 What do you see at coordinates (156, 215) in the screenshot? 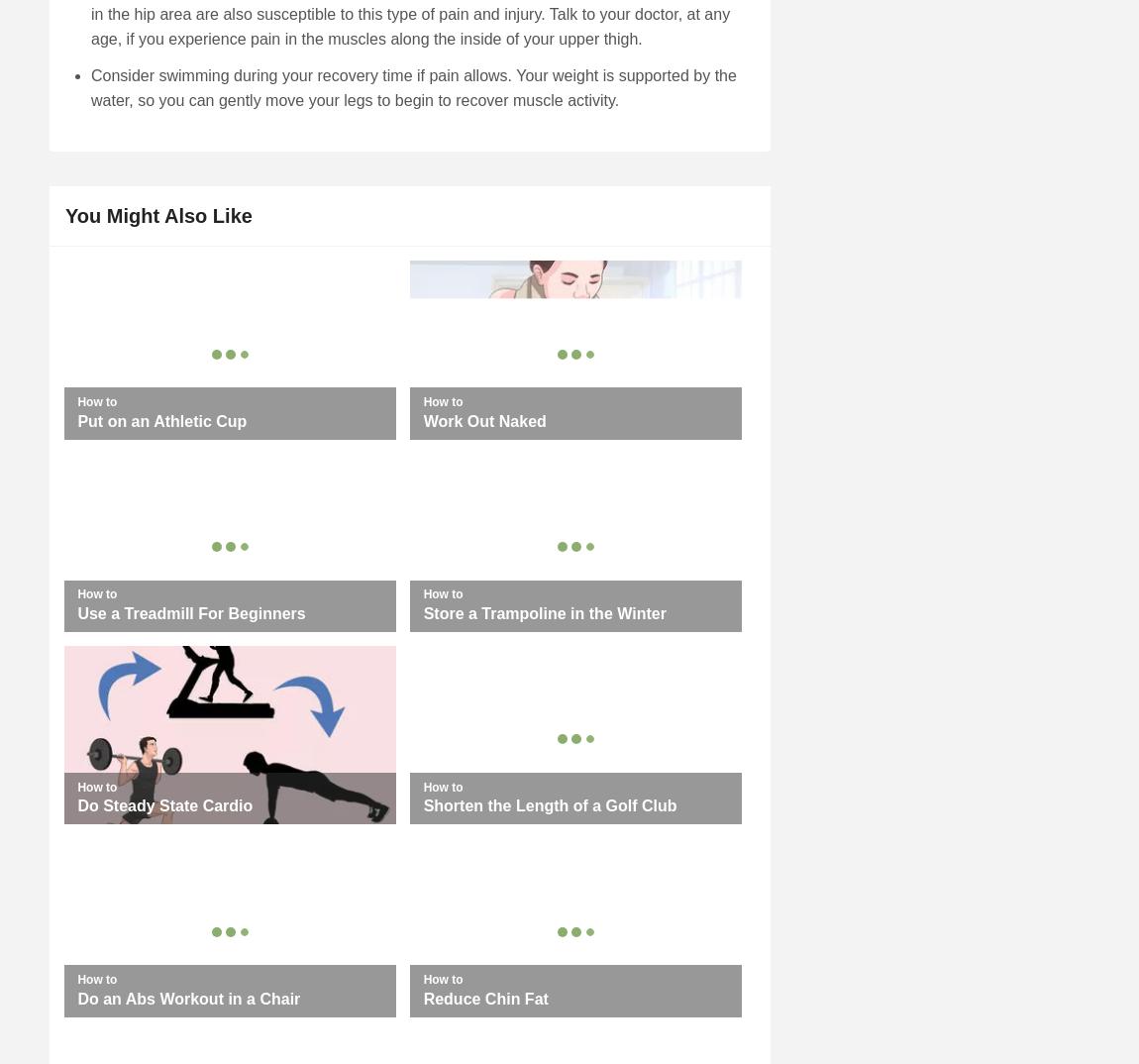
I see `'You Might Also Like'` at bounding box center [156, 215].